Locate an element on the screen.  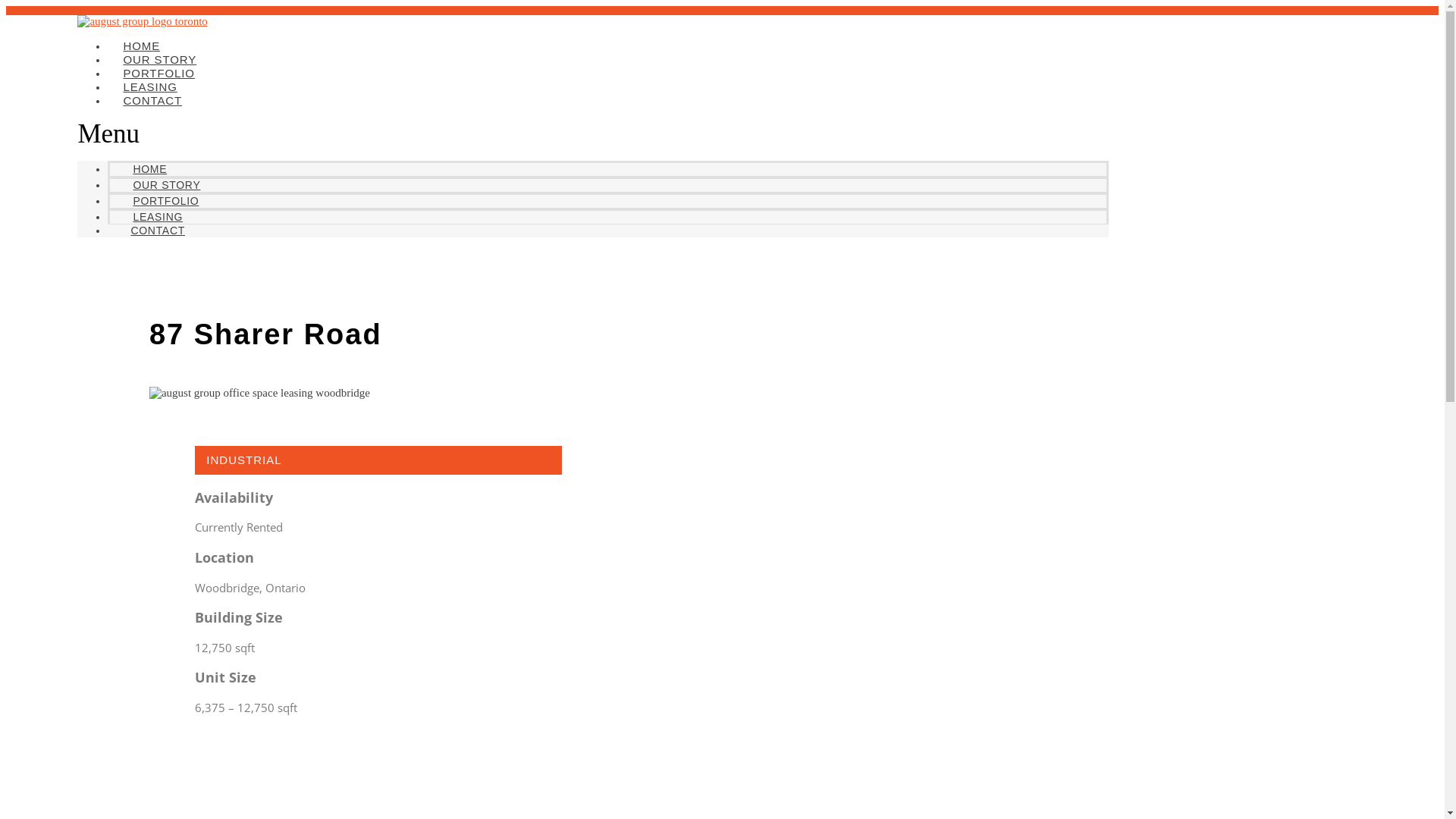
'CONTACT' is located at coordinates (157, 231).